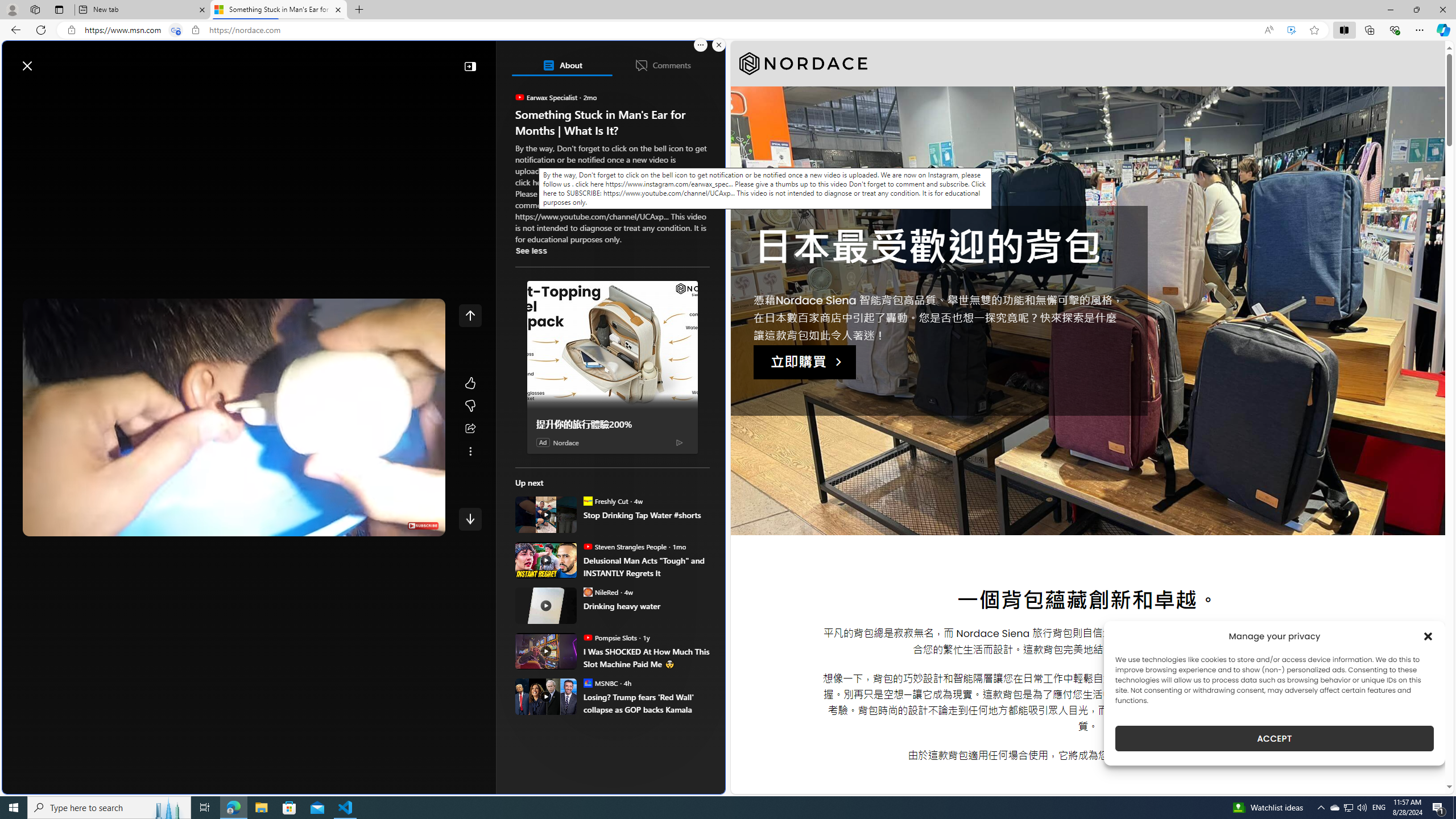  What do you see at coordinates (47, 92) in the screenshot?
I see `'Discover'` at bounding box center [47, 92].